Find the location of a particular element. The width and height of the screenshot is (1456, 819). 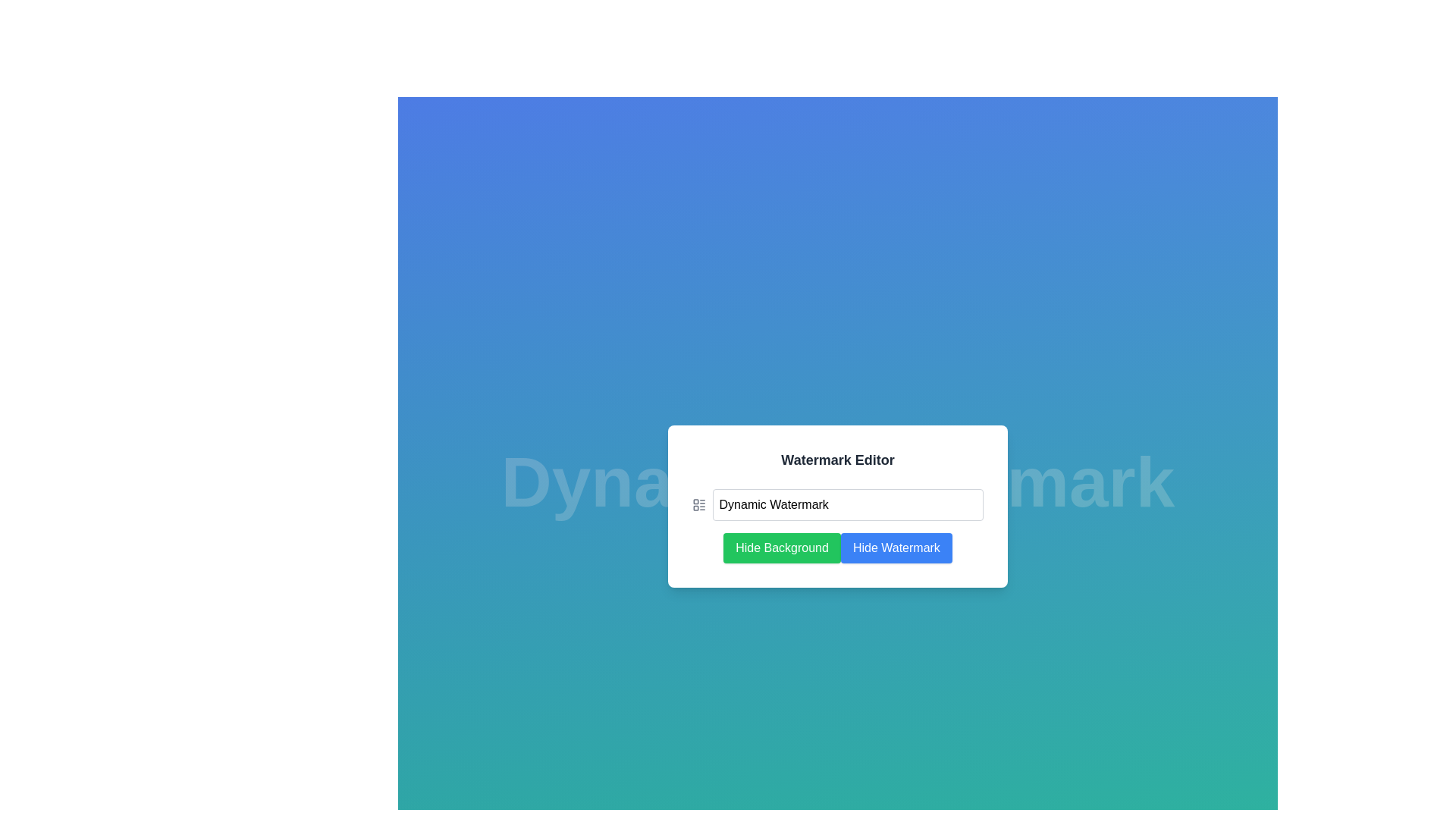

the layout management icon located to the left of the 'Dynamic Watermark' text input field is located at coordinates (698, 505).